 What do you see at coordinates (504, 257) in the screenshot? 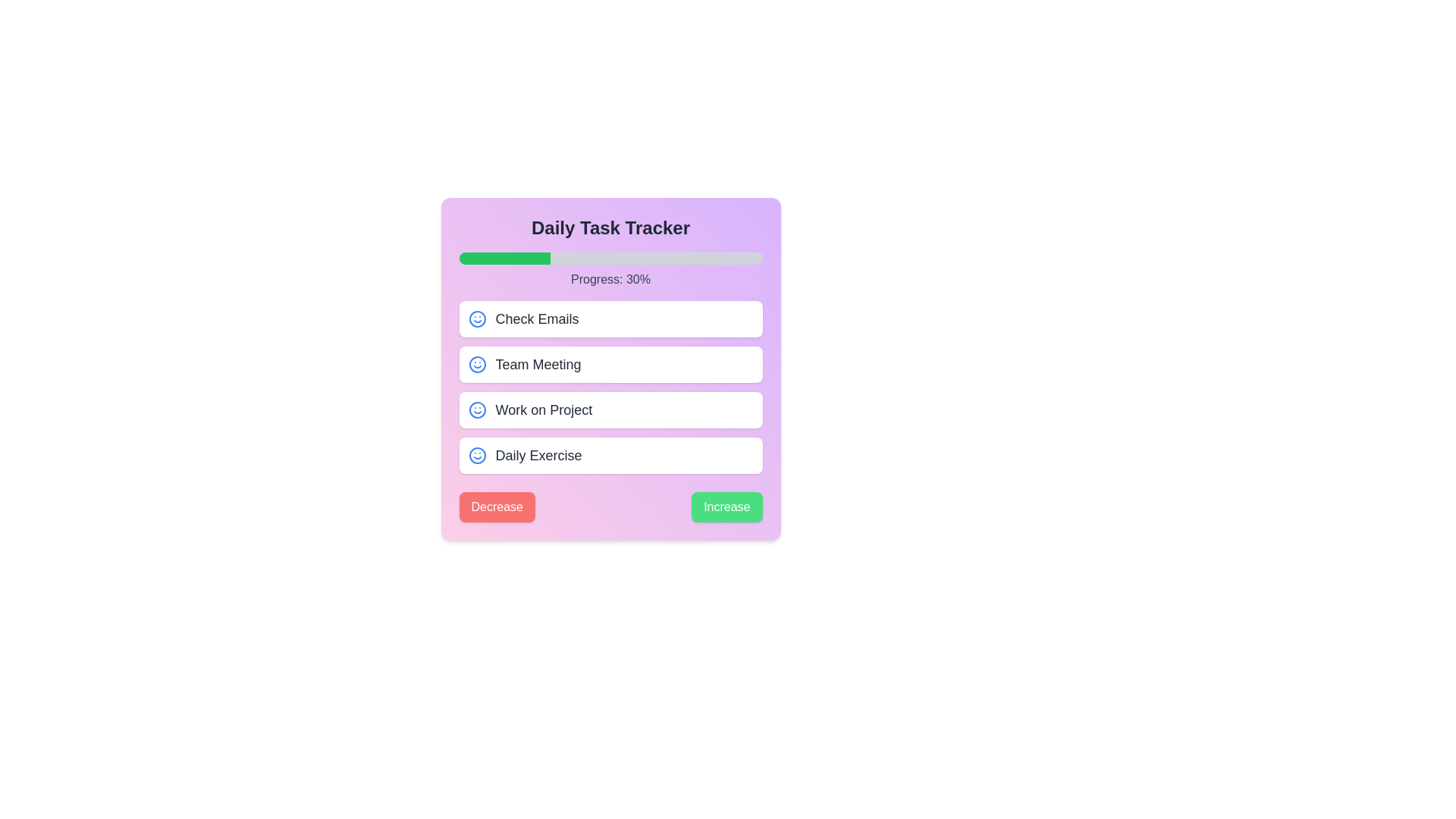
I see `the filled portion of the progress bar that indicates completed progress in the task tracker interface` at bounding box center [504, 257].